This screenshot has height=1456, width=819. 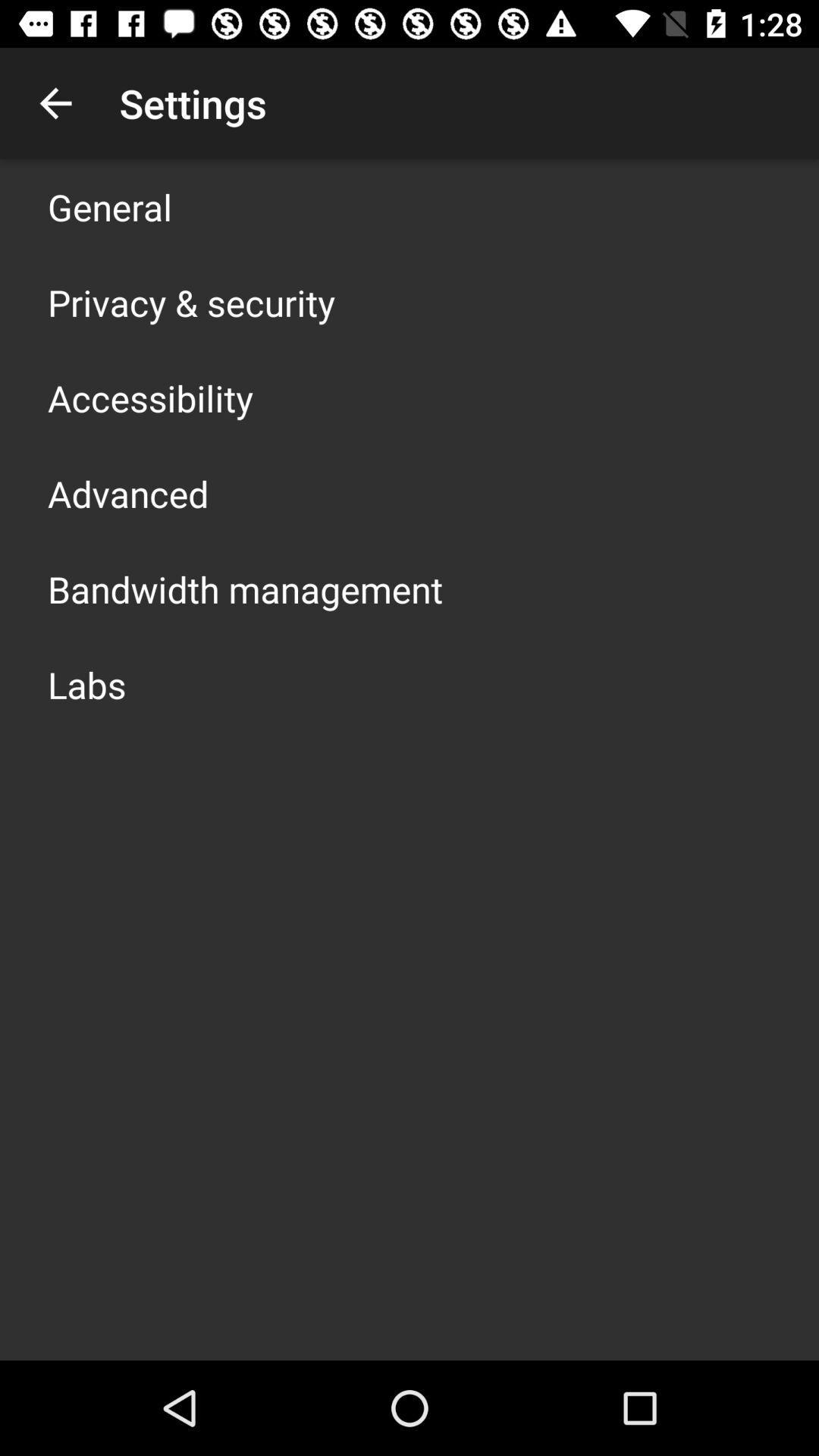 What do you see at coordinates (55, 102) in the screenshot?
I see `item to the left of the settings` at bounding box center [55, 102].